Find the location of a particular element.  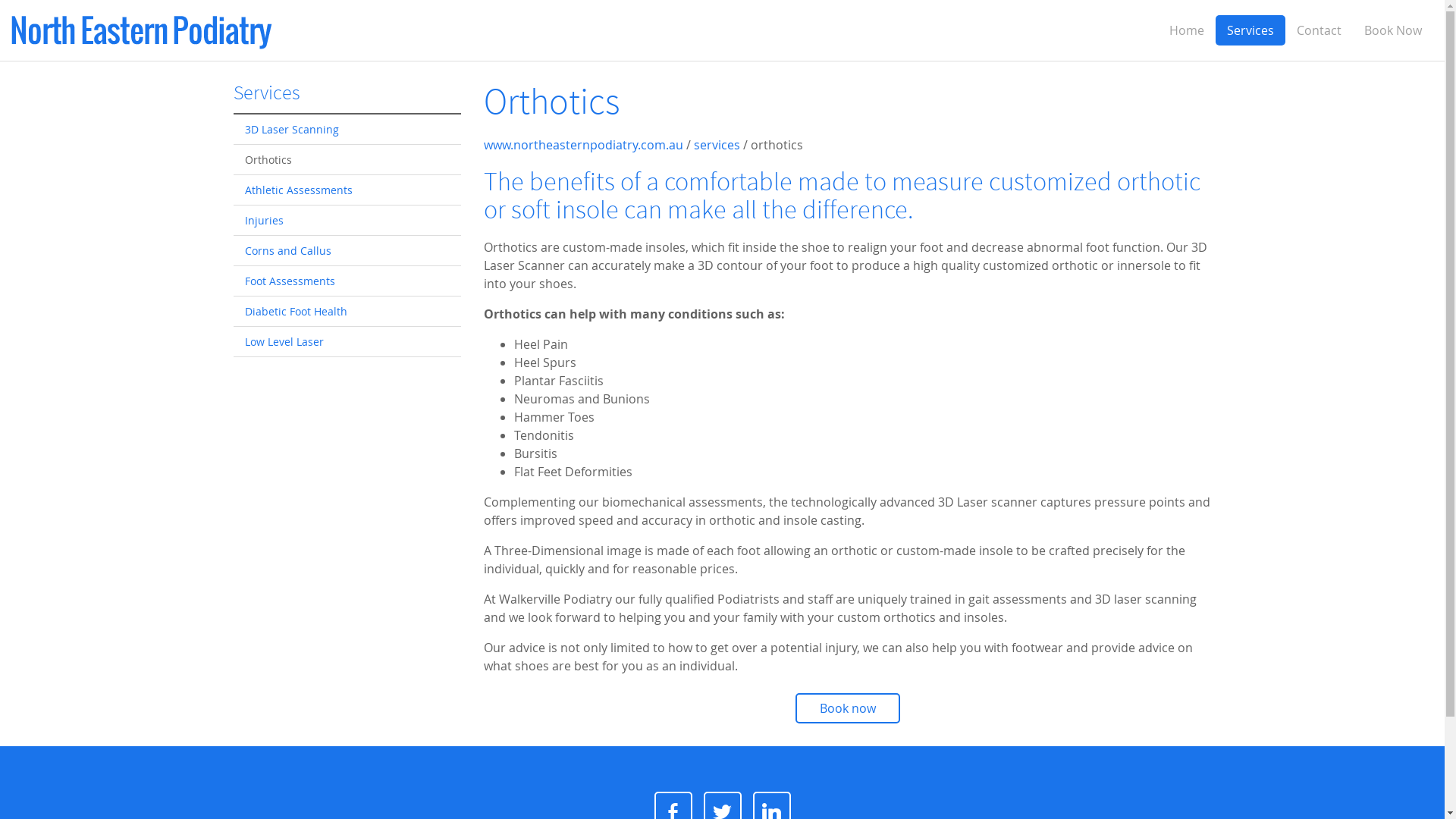

'Home' is located at coordinates (1185, 30).